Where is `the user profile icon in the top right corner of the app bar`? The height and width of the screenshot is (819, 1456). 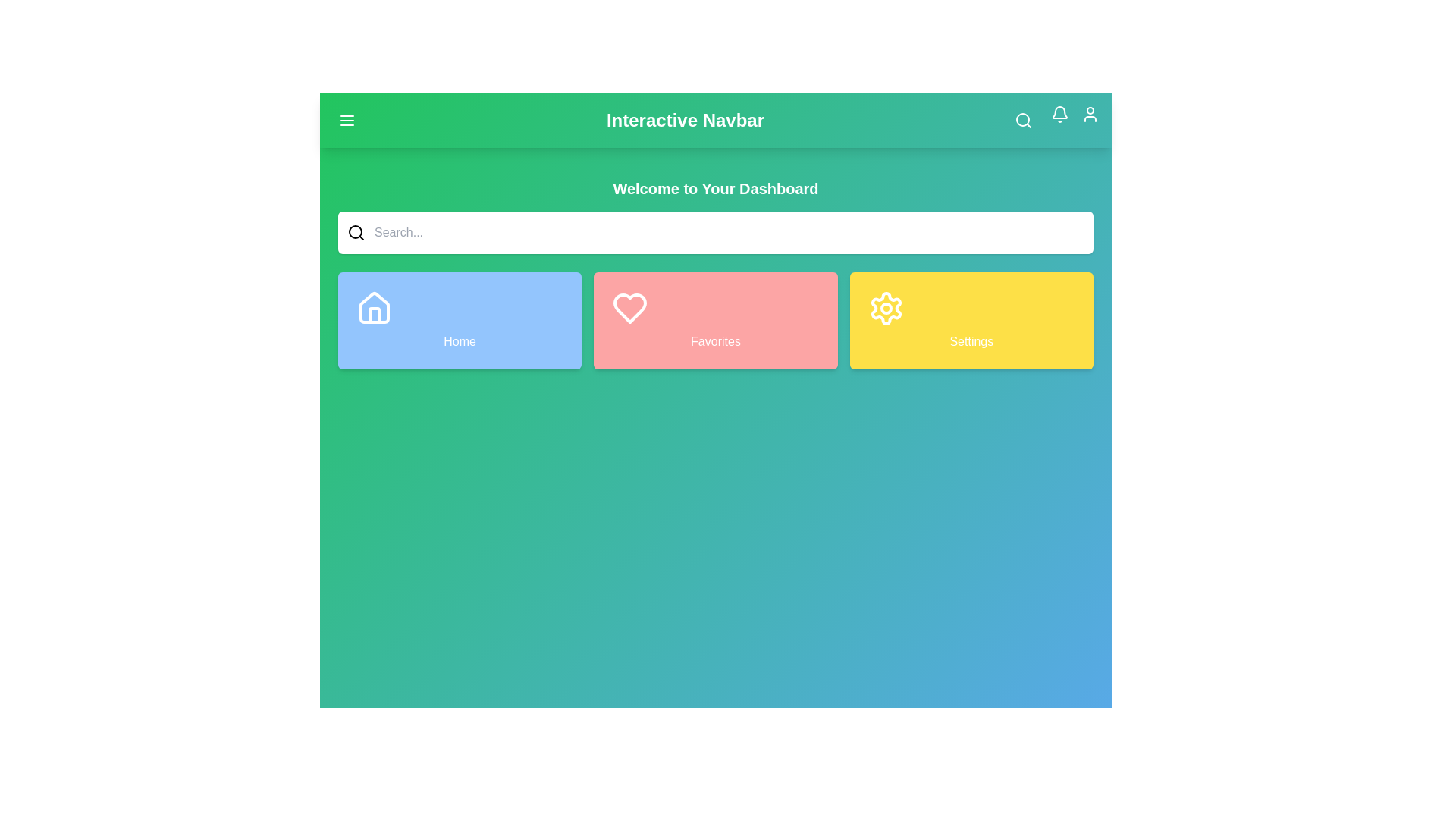 the user profile icon in the top right corner of the app bar is located at coordinates (1089, 113).